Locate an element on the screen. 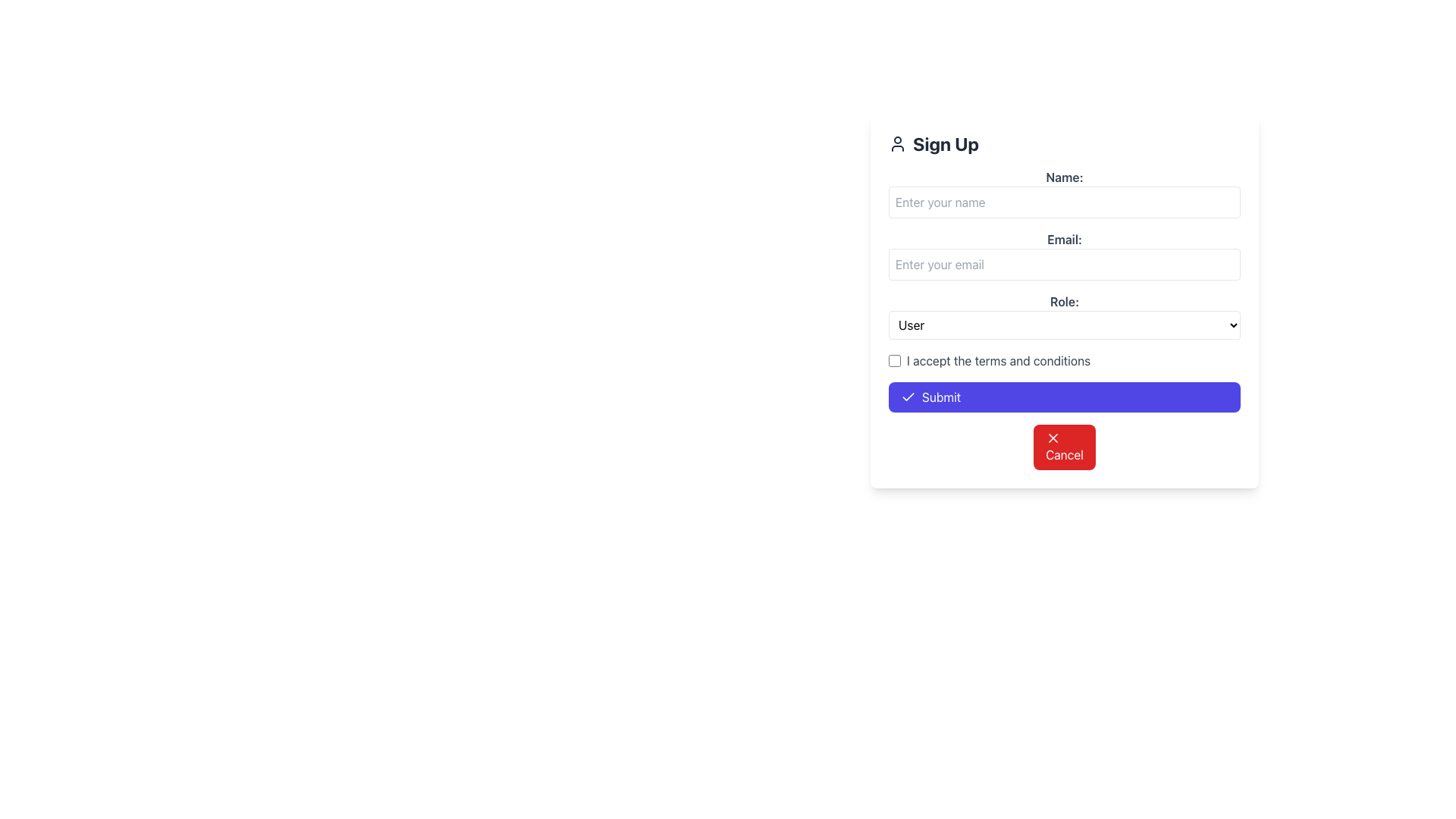  the dropdown menu labeled 'Role:' located is located at coordinates (1063, 315).